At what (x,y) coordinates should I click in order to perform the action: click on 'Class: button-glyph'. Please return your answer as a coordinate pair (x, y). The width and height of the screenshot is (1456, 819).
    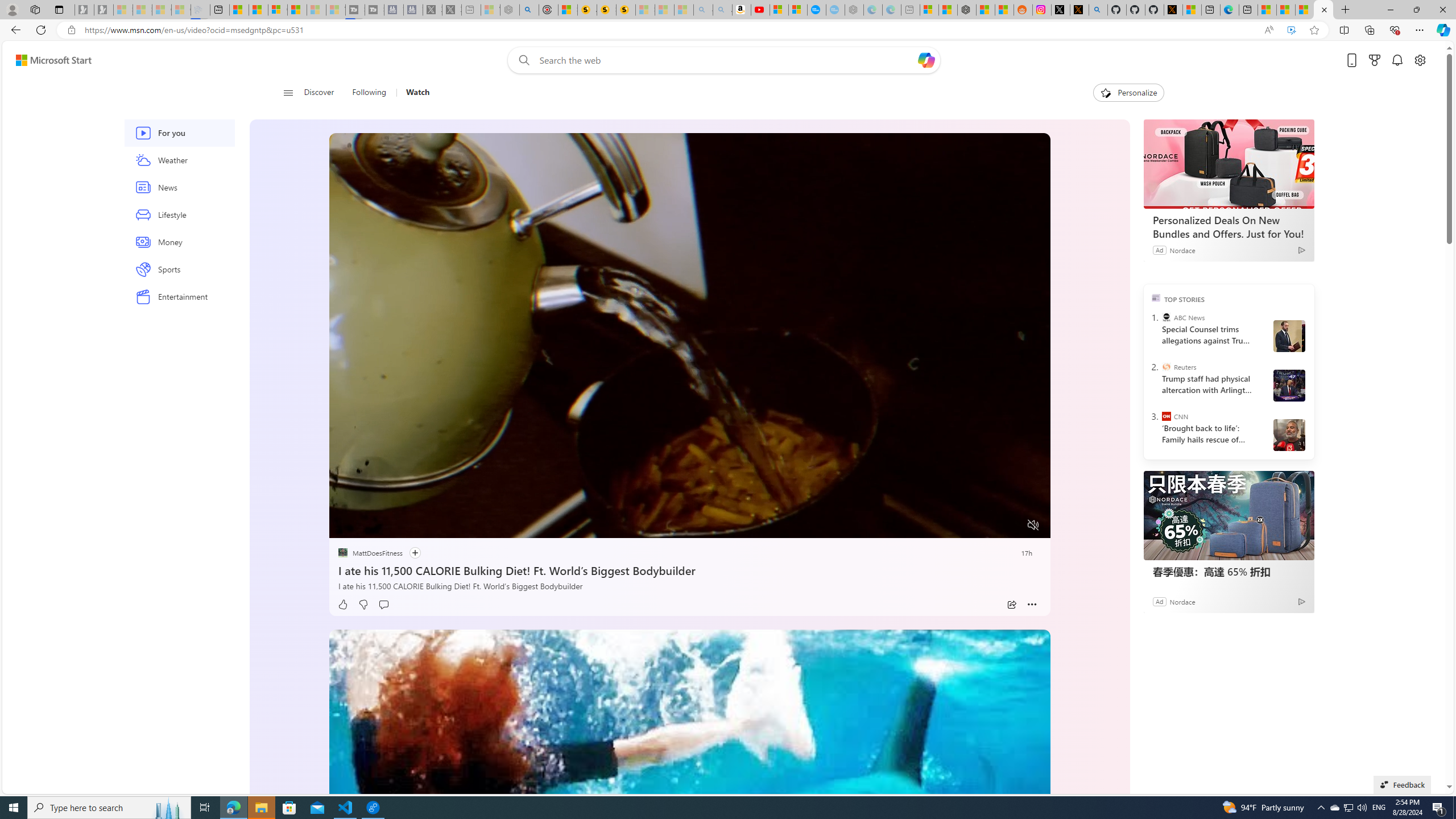
    Looking at the image, I should click on (287, 92).